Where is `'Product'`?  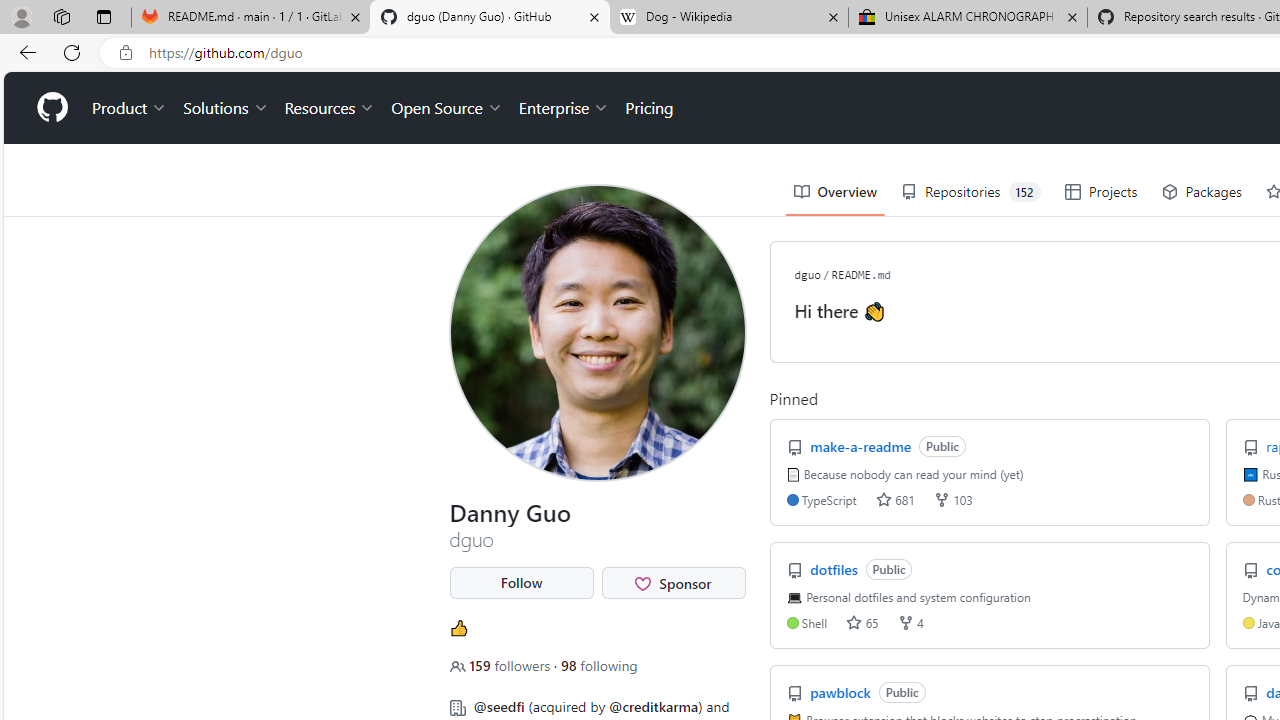
'Product' is located at coordinates (129, 108).